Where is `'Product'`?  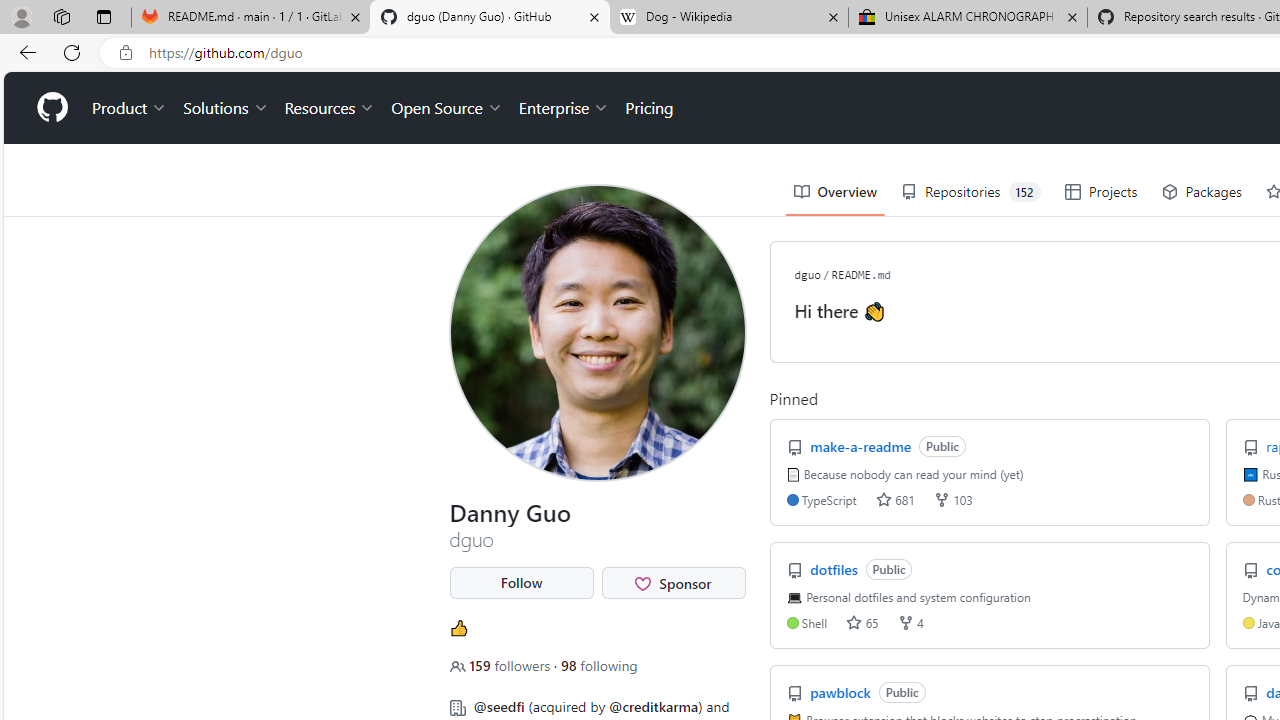
'Product' is located at coordinates (129, 108).